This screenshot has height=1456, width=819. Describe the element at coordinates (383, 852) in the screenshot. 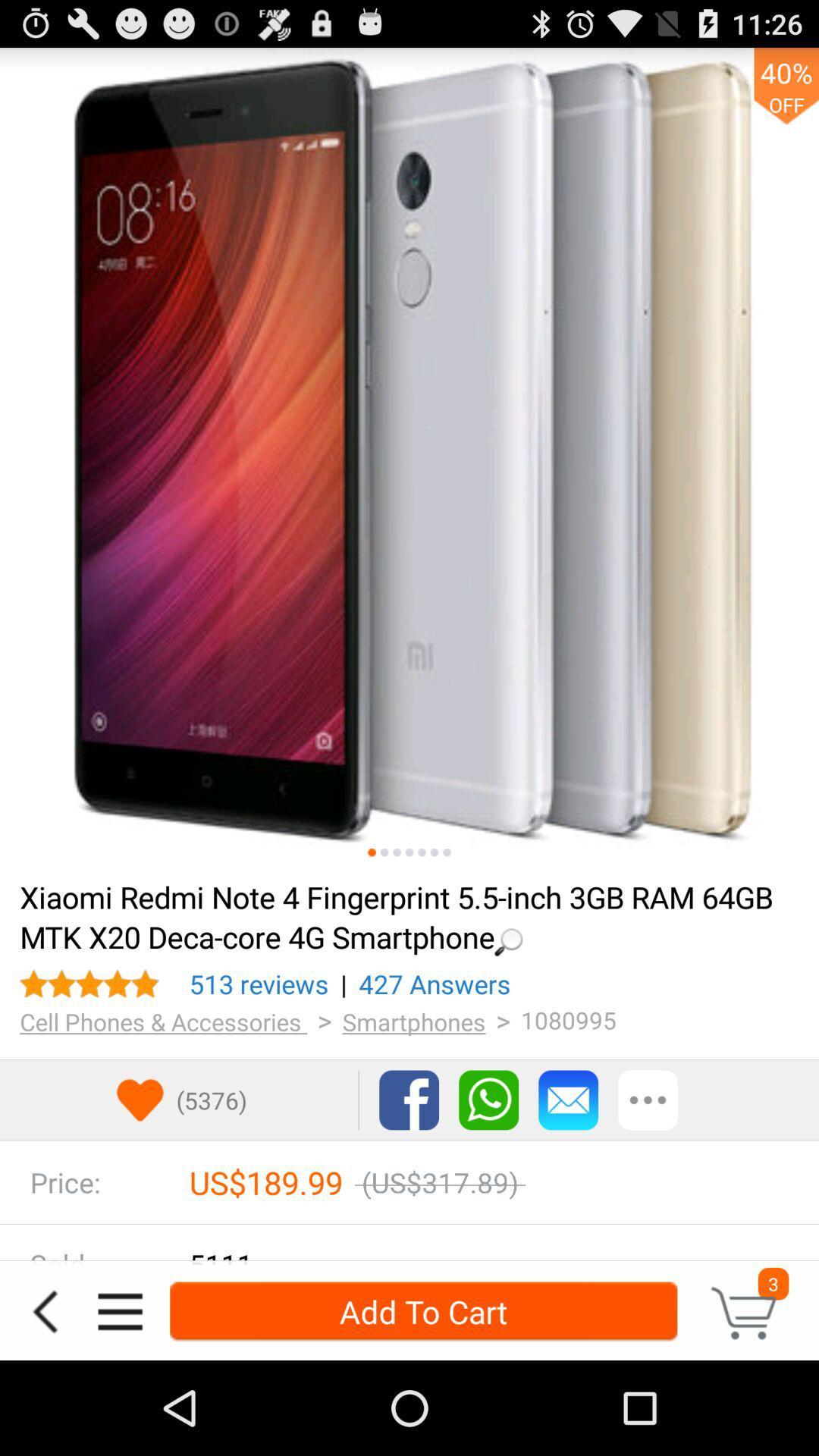

I see `second picture` at that location.